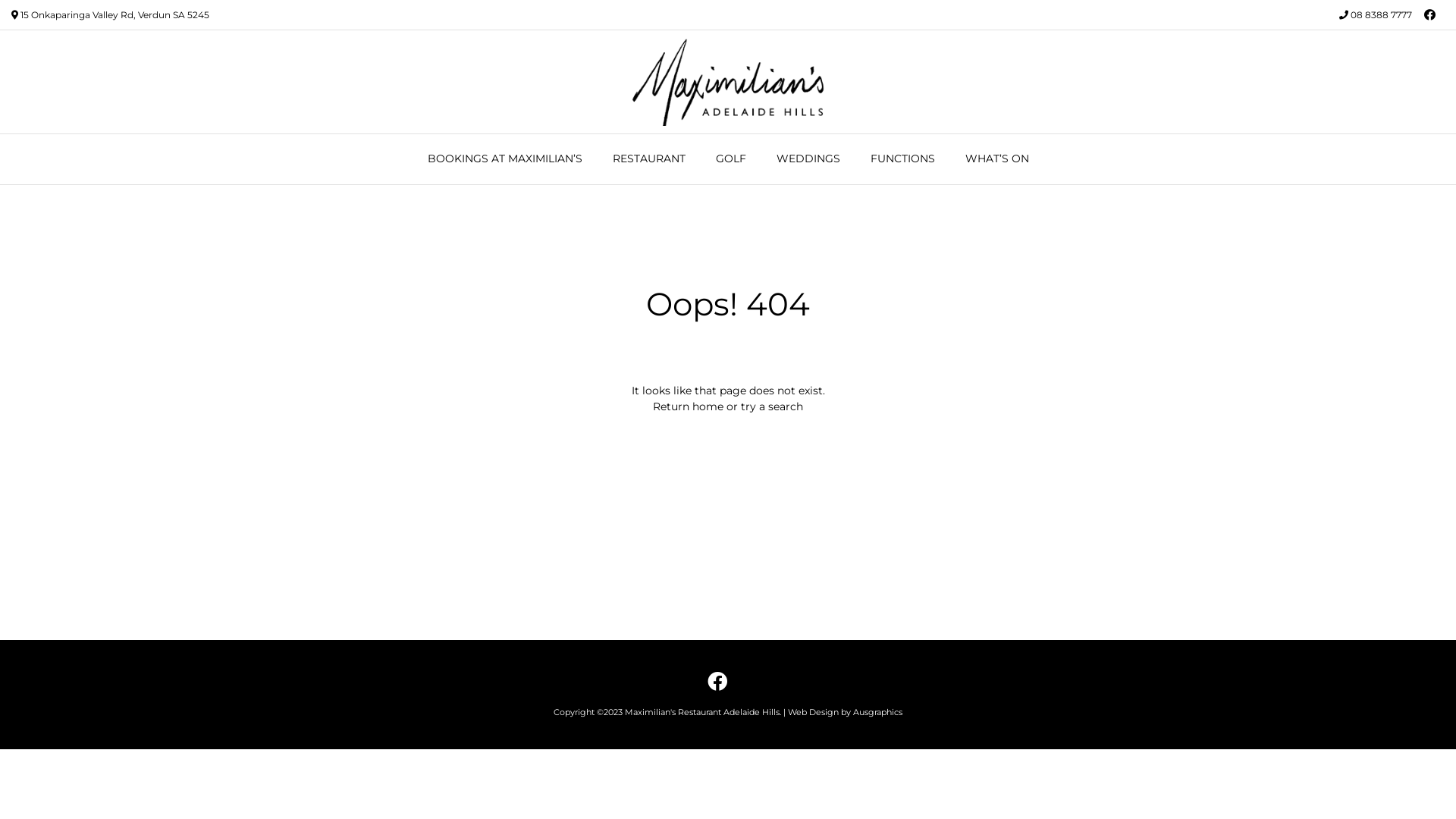  What do you see at coordinates (1429, 14) in the screenshot?
I see `'Find Us on Facebook'` at bounding box center [1429, 14].